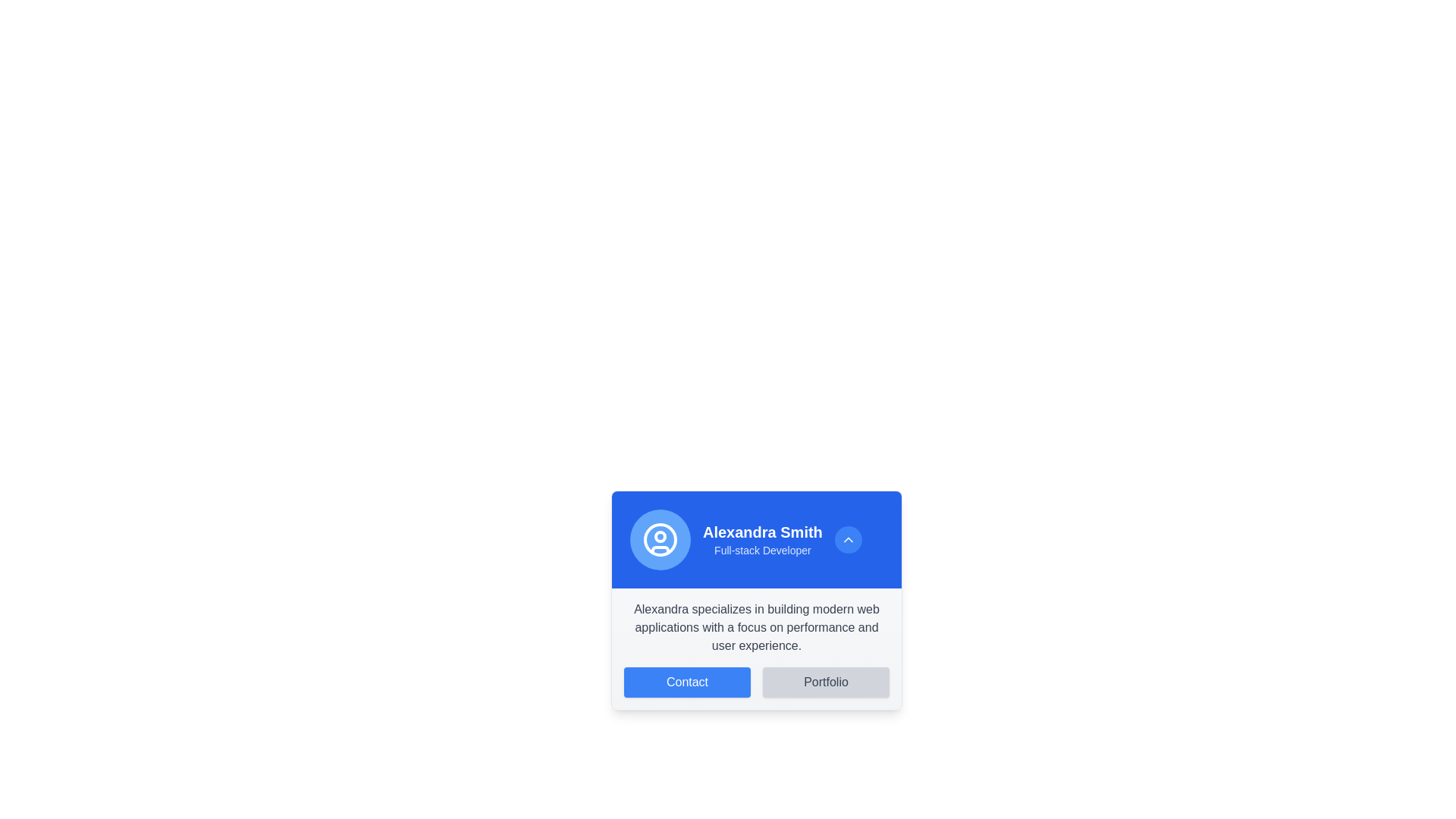 Image resolution: width=1456 pixels, height=819 pixels. I want to click on the name in the Card header with profile details, so click(757, 539).